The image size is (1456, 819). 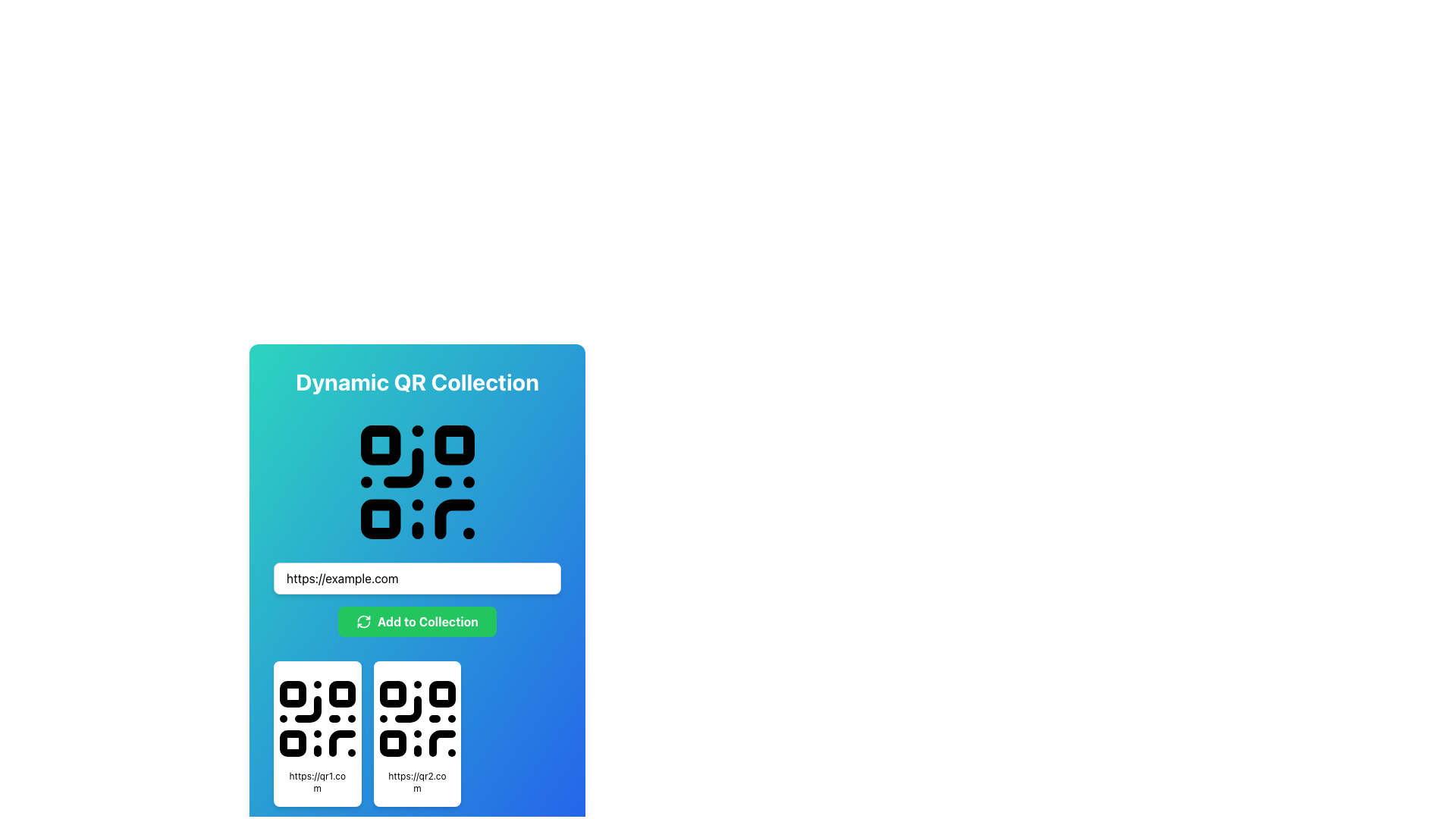 I want to click on the decorative or functional icon indicating reload, refresh, or update actions within the 'Add to Collection' button, located at the leftmost side of the button, so click(x=364, y=622).